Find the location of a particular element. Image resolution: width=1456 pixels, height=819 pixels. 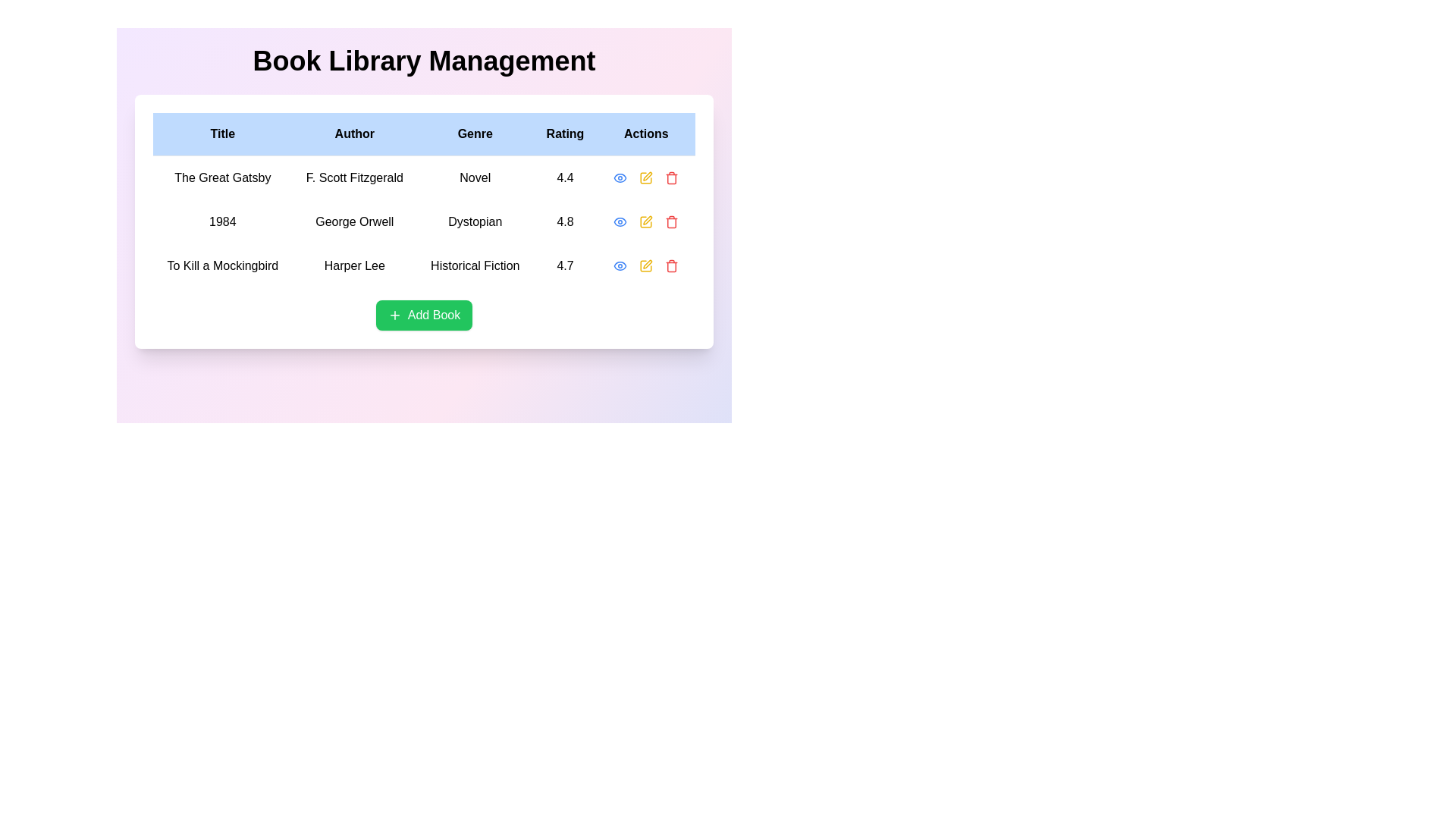

the small yellow edit icon styled as a pen located under the 'Actions' column for the book '1984' is located at coordinates (648, 220).